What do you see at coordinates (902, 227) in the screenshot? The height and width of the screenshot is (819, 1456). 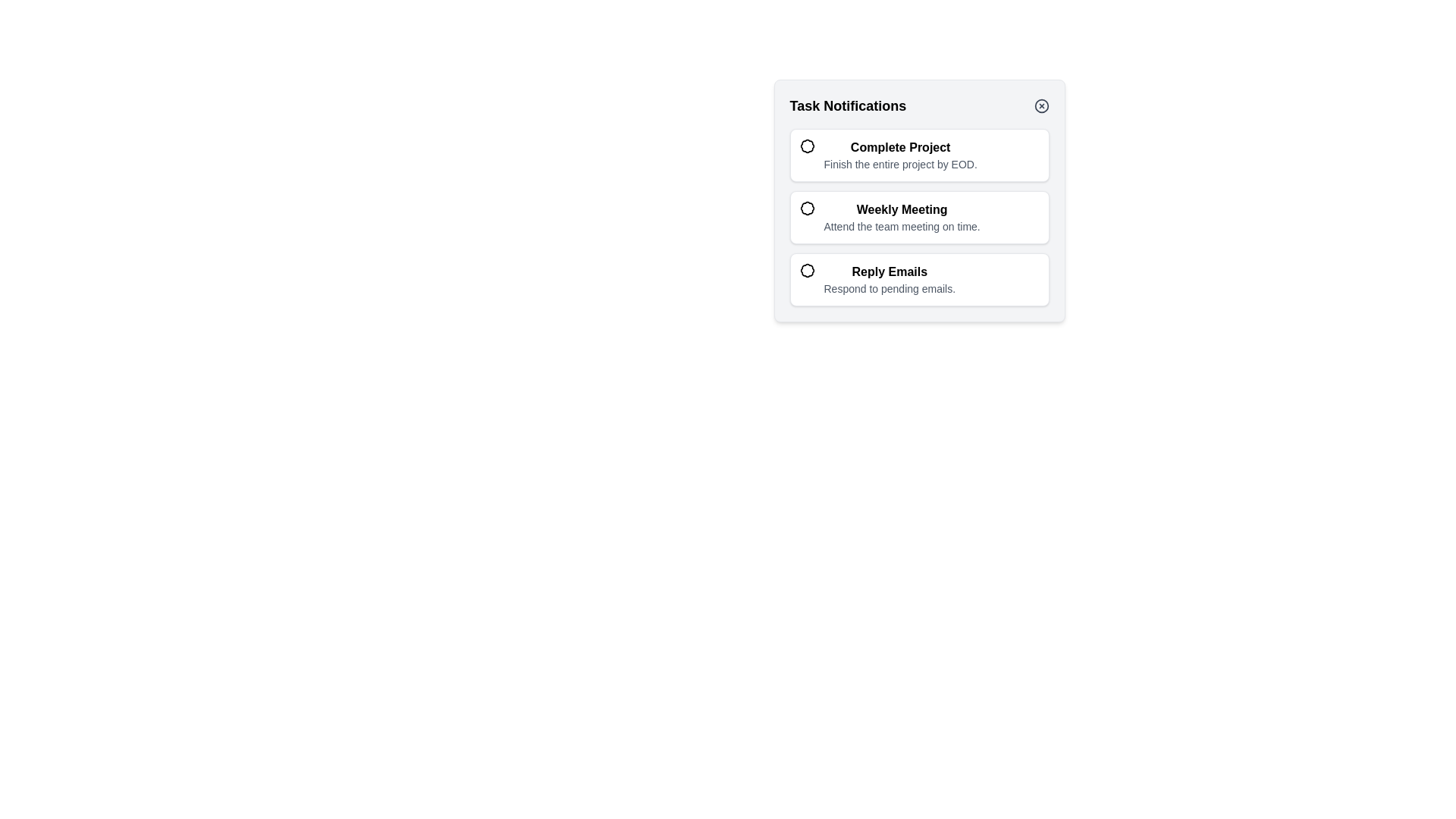 I see `the text label displaying 'Attend the team meeting on time.', which is a secondary text component located below the 'Weekly Meeting' heading` at bounding box center [902, 227].